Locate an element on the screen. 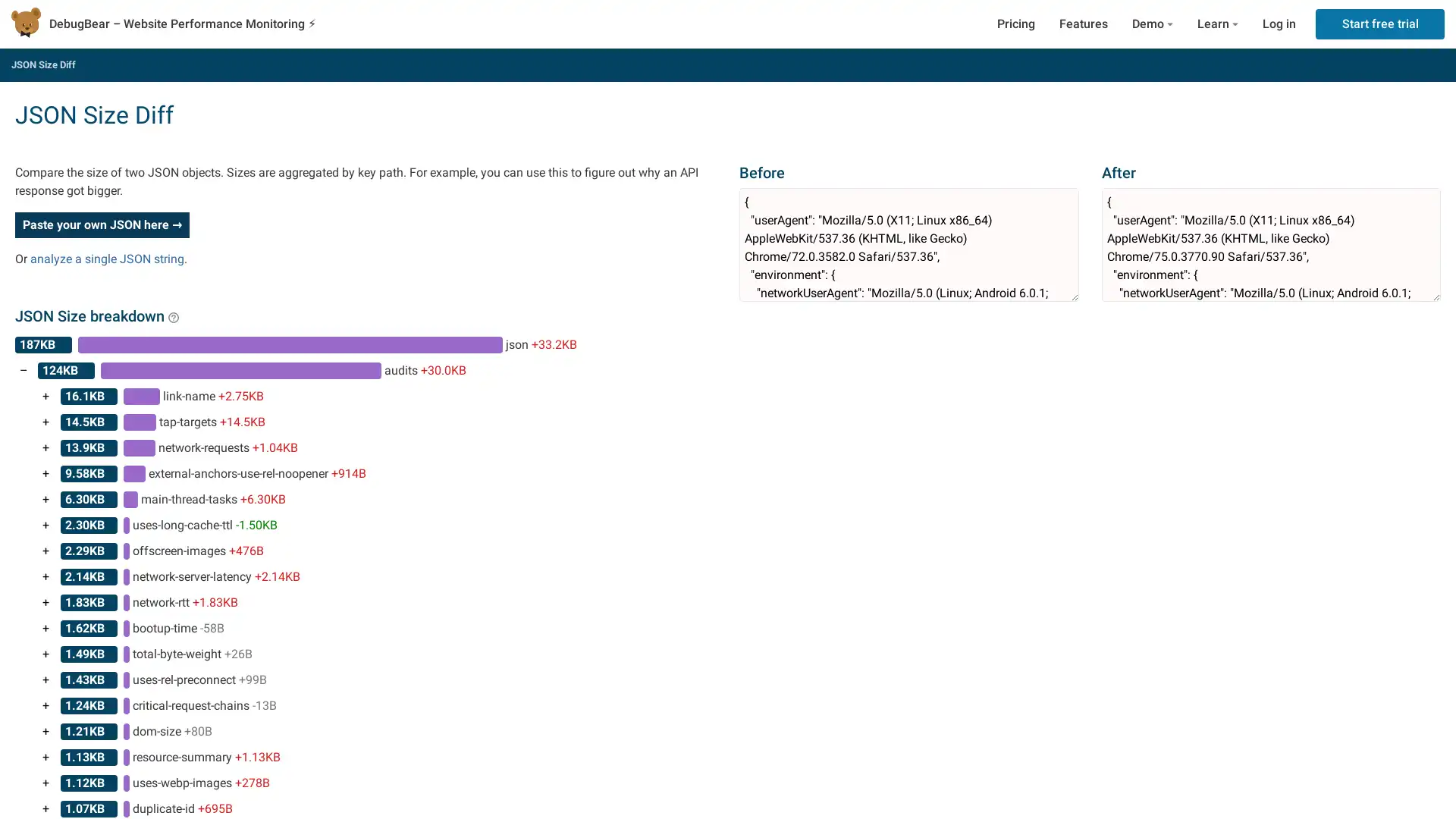 The width and height of the screenshot is (1456, 819). + is located at coordinates (45, 679).